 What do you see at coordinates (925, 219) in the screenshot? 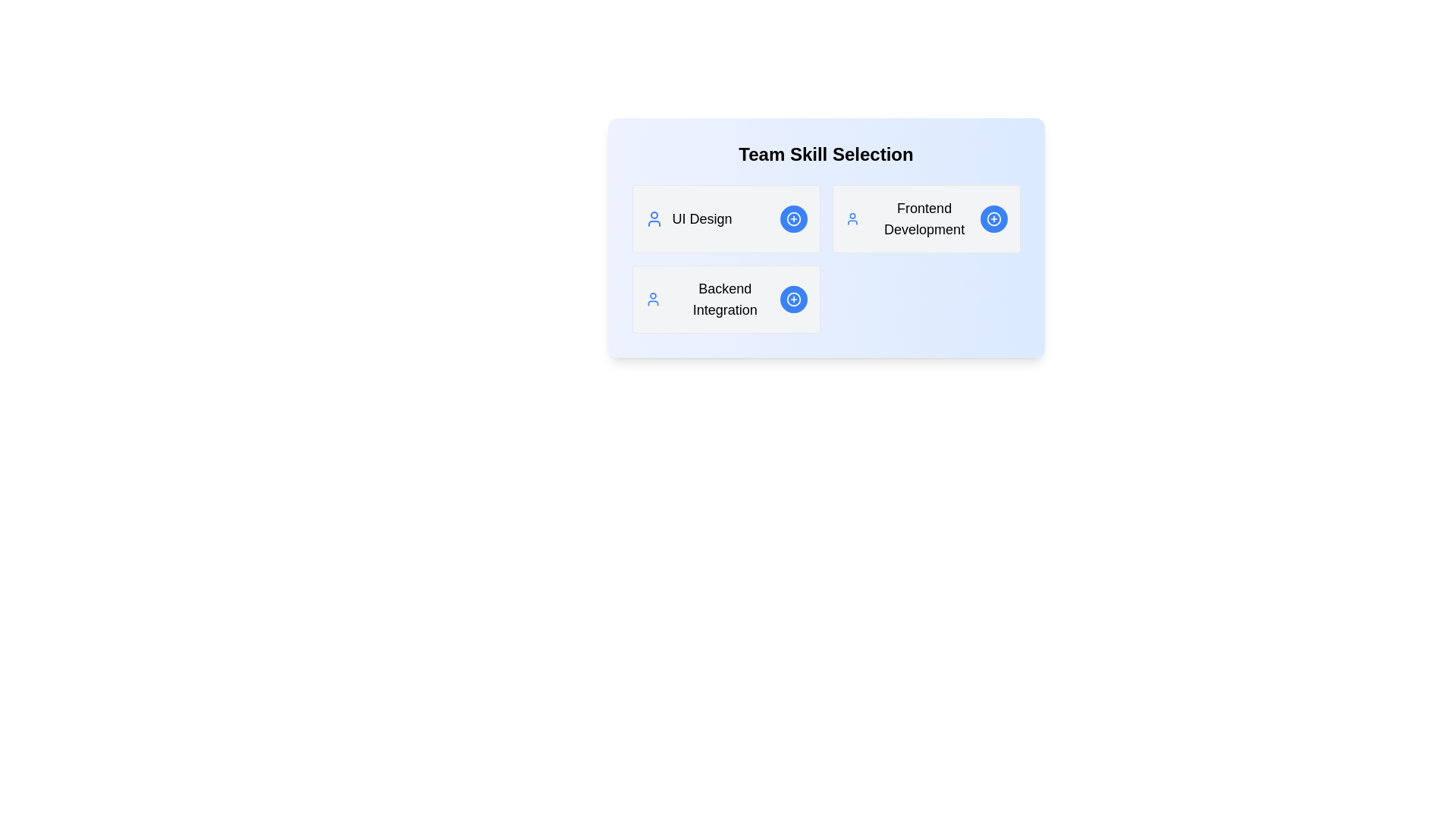
I see `the details of the skill Frontend Development` at bounding box center [925, 219].